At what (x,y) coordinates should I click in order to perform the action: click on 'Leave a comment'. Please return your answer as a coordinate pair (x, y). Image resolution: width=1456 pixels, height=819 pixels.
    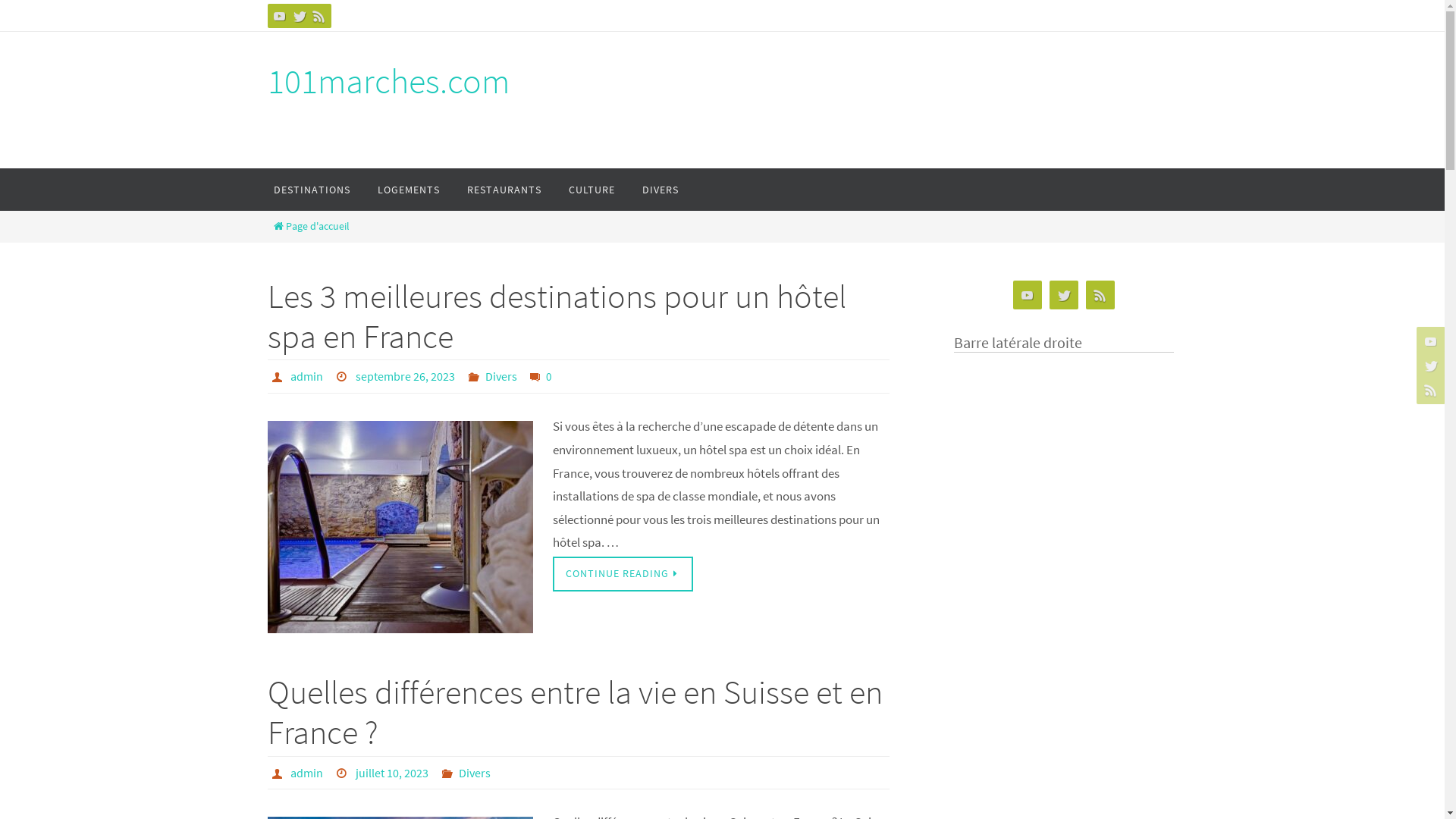
    Looking at the image, I should click on (538, 375).